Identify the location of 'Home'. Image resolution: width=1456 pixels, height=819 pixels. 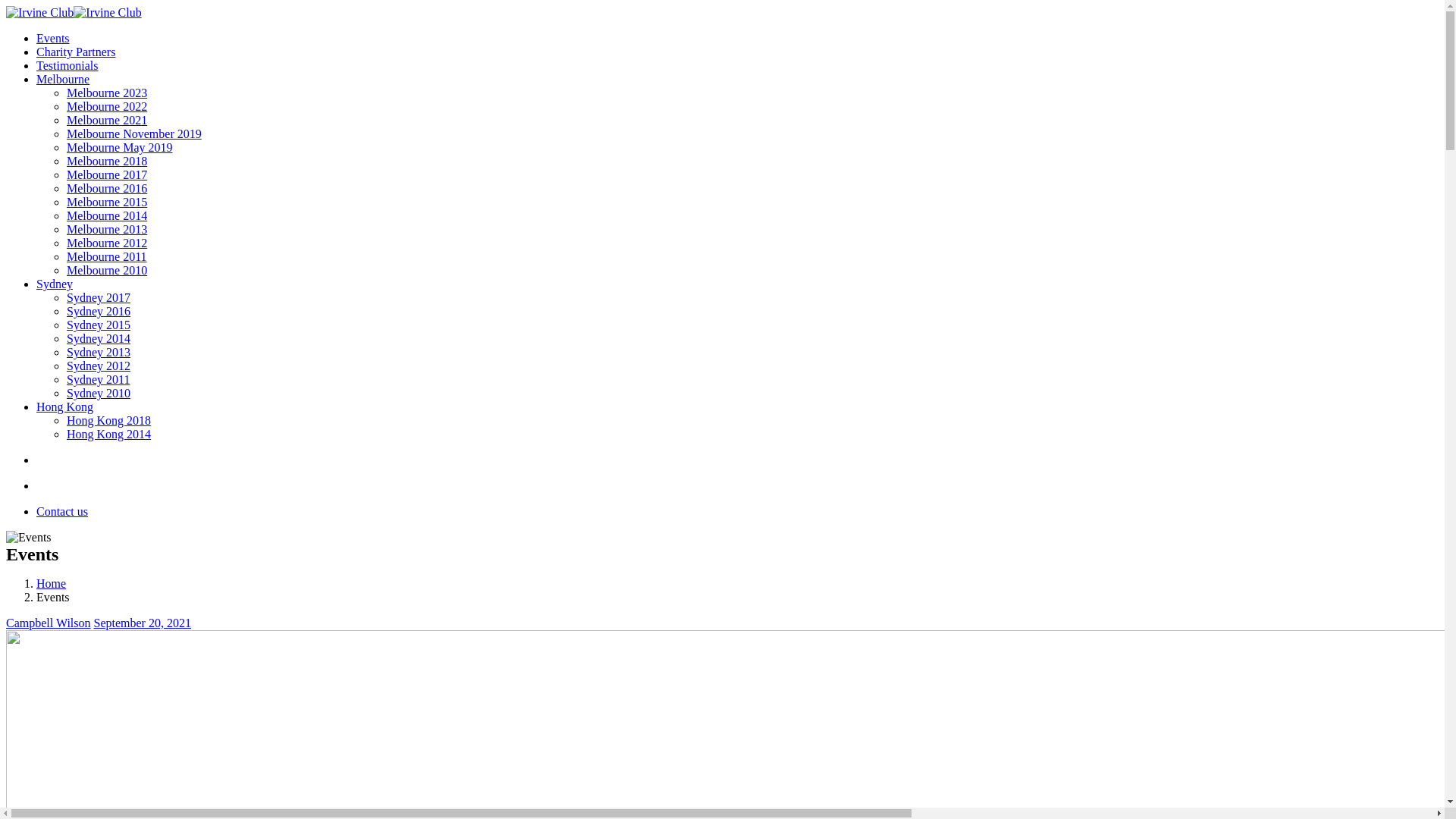
(51, 582).